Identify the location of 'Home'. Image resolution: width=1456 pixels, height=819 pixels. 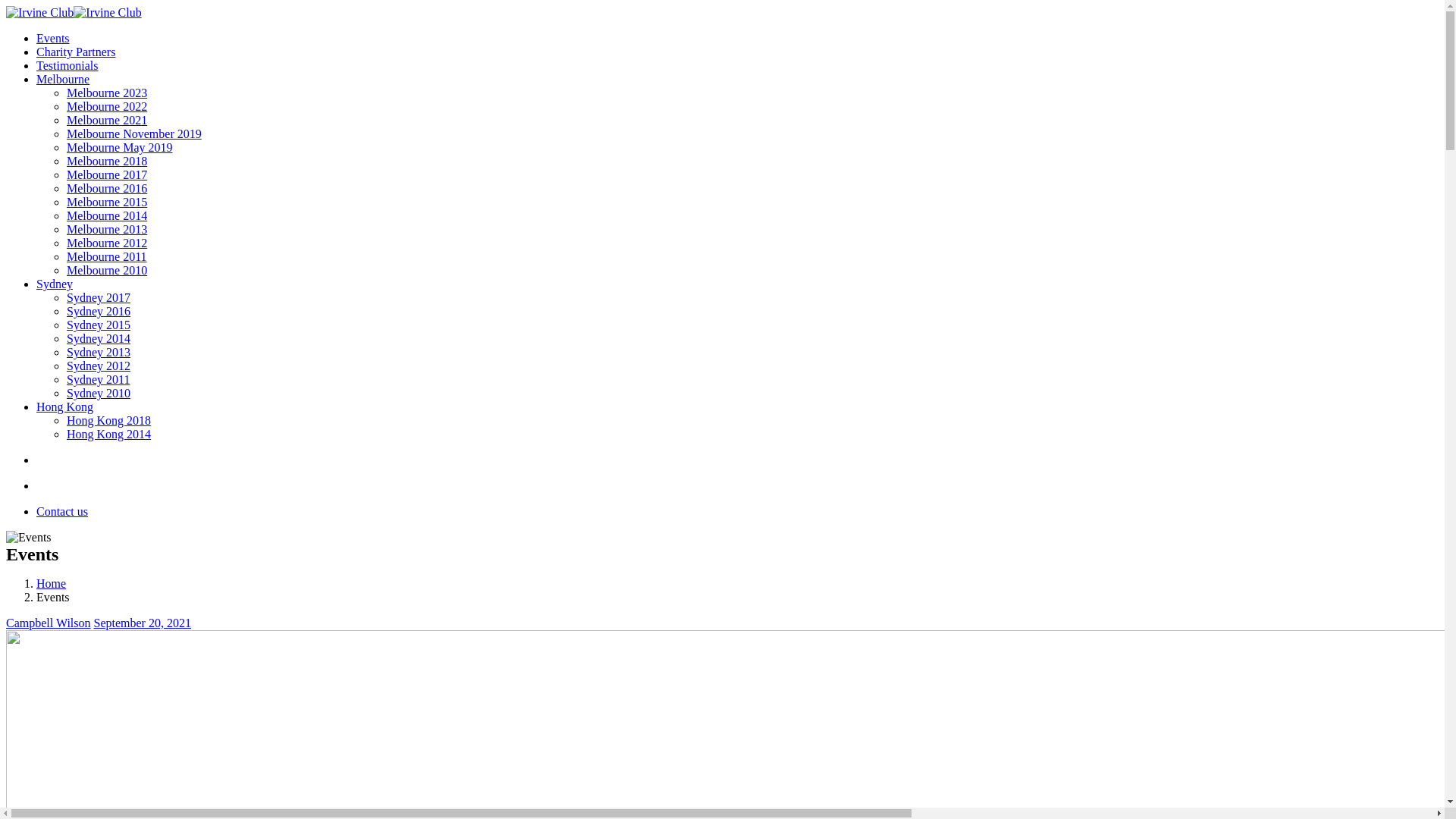
(51, 582).